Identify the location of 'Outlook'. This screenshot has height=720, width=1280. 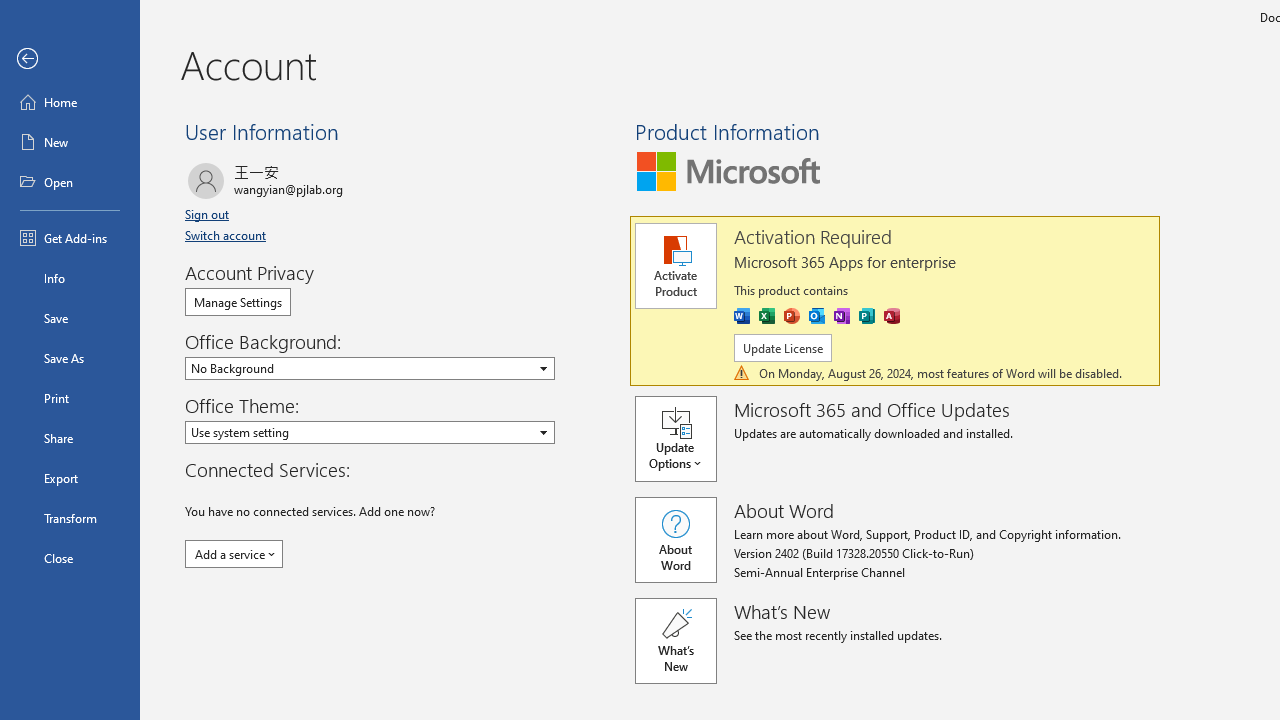
(817, 315).